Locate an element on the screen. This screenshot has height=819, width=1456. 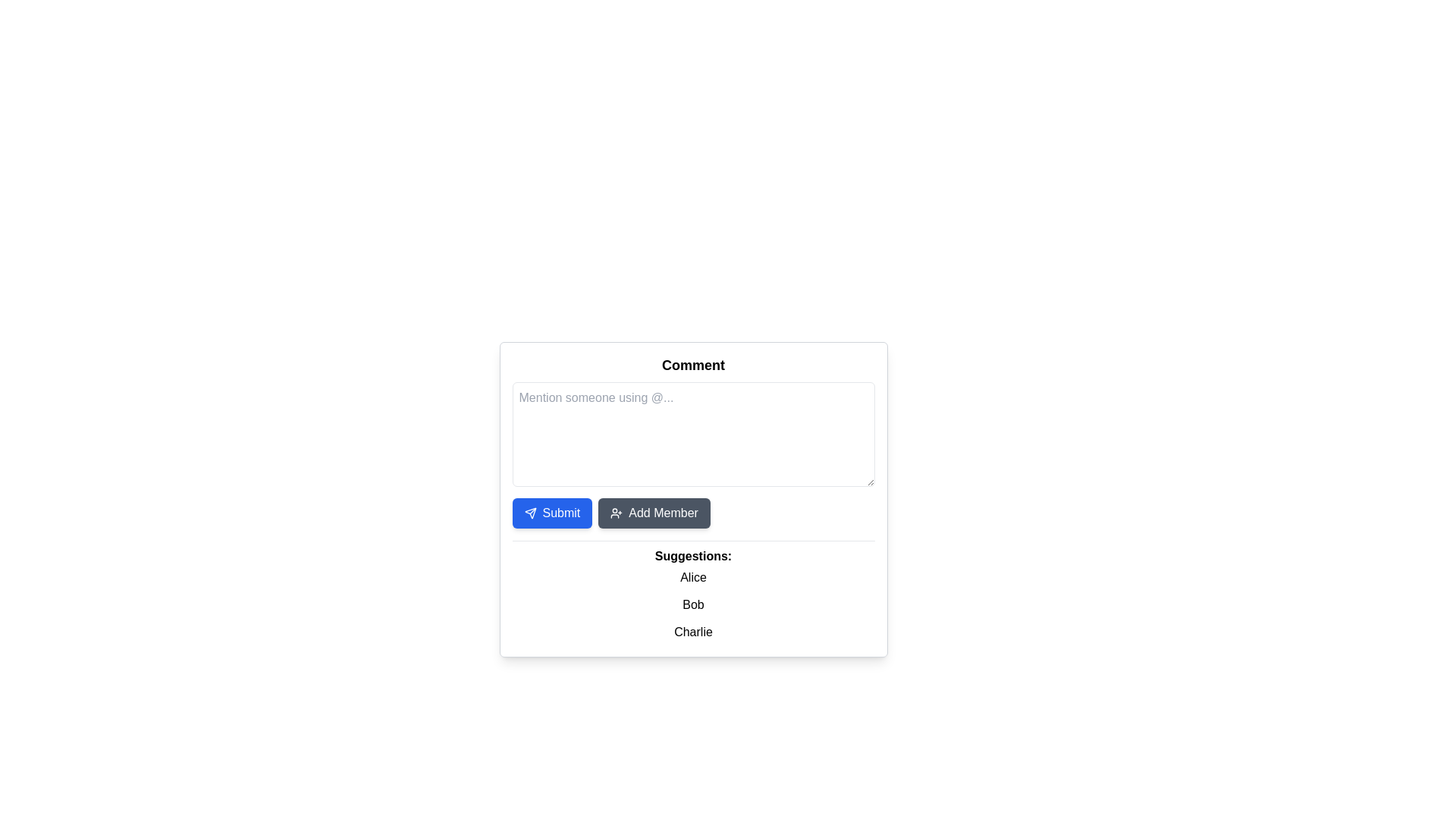
the third item labeled 'Charlie' in the suggestion list is located at coordinates (692, 632).